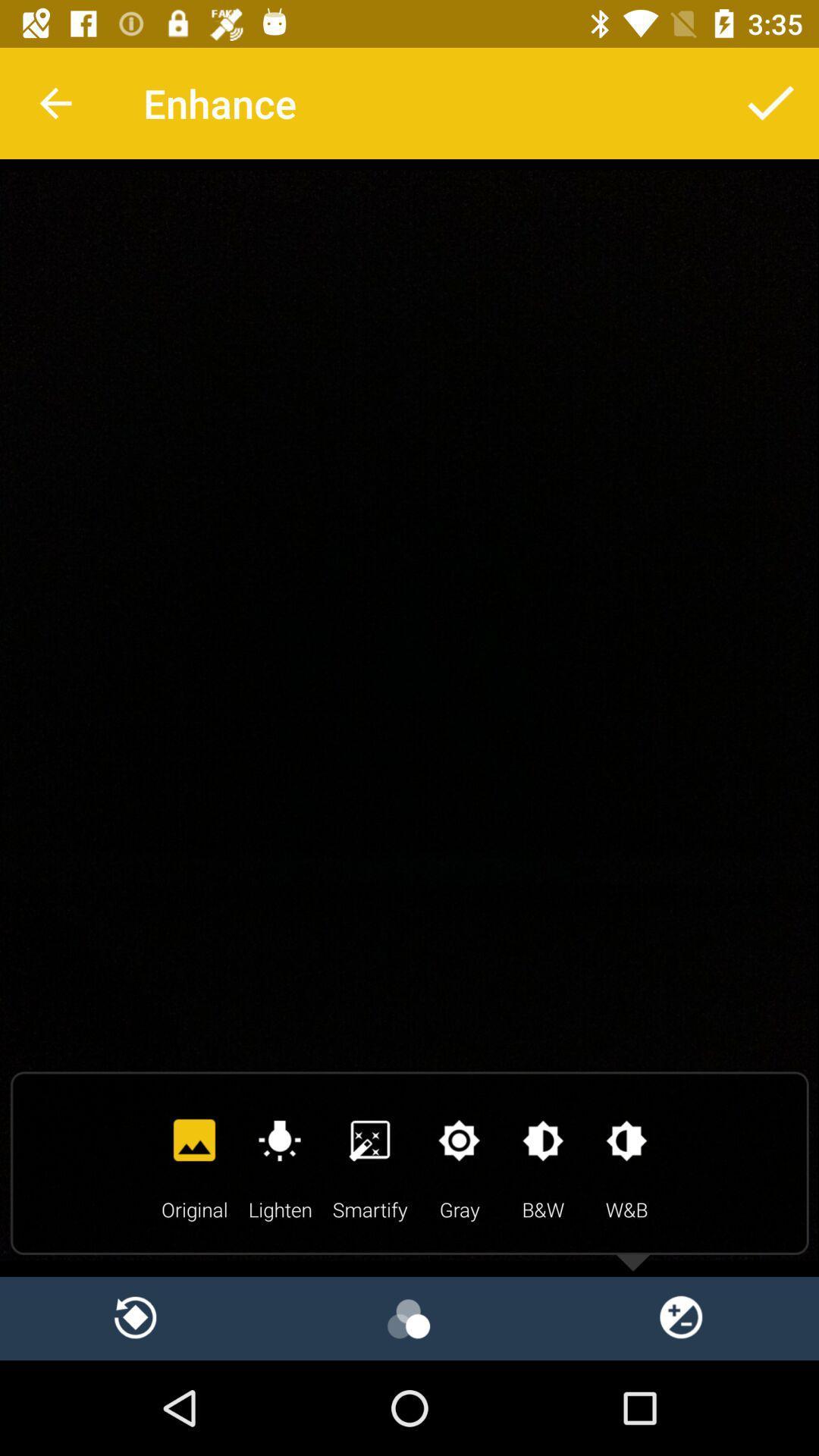  Describe the element at coordinates (409, 1317) in the screenshot. I see `filter option` at that location.